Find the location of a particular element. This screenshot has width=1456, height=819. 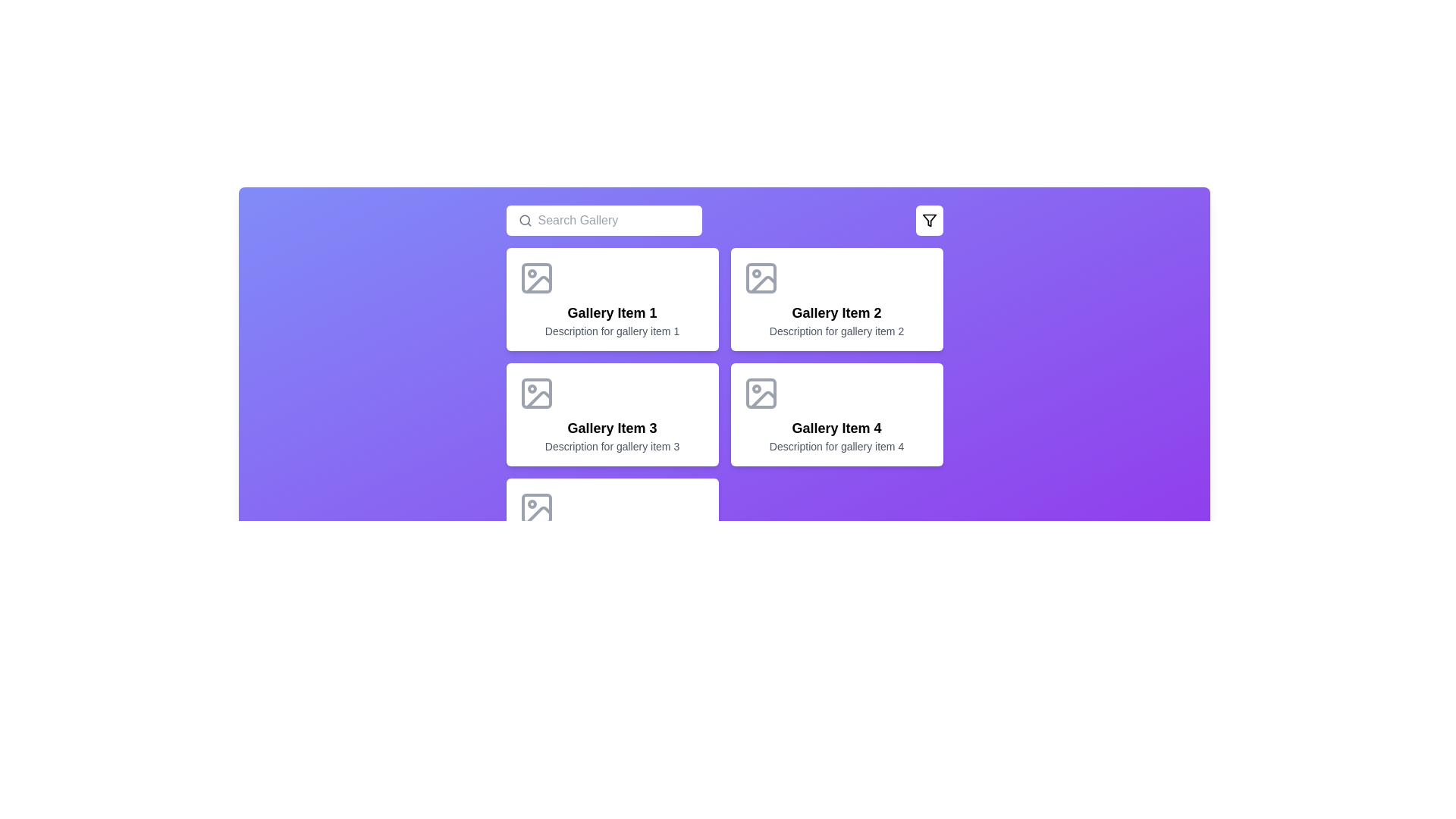

the fifth item card in a 2-column grid located in the bottom-left corner of the grid is located at coordinates (612, 529).